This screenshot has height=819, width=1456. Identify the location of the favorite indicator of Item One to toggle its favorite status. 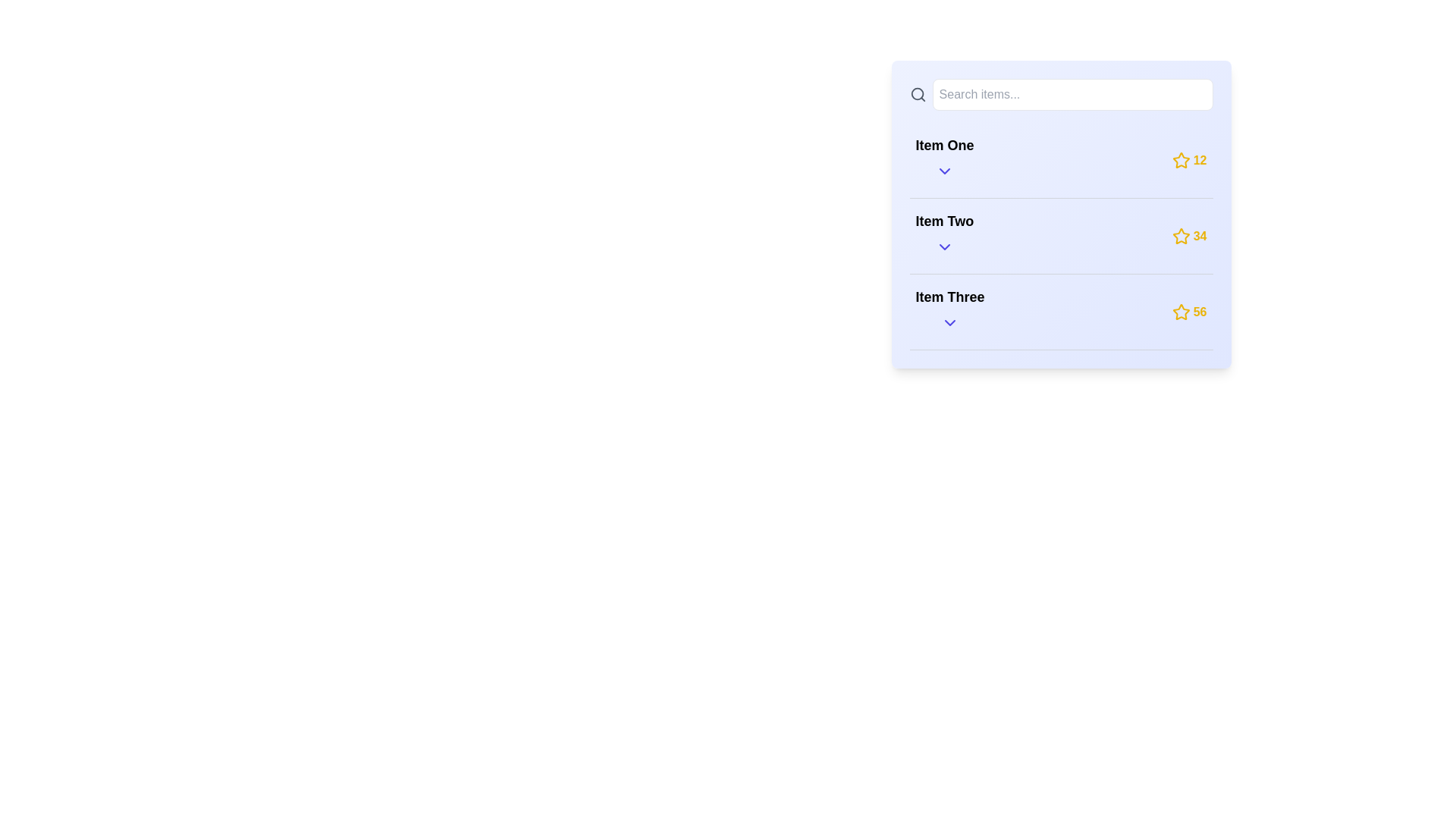
(1180, 160).